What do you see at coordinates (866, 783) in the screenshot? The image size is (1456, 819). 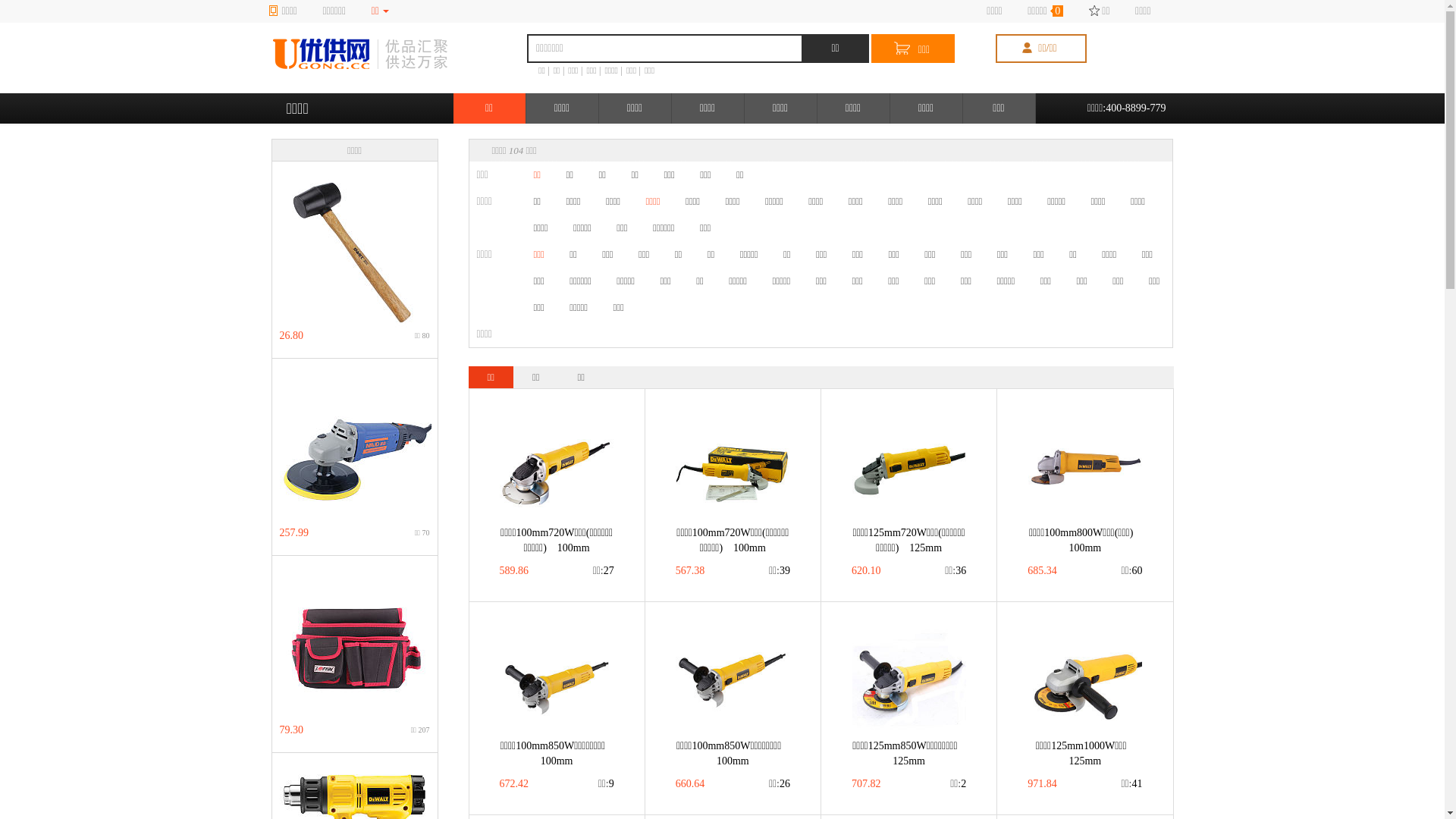 I see `'707.82'` at bounding box center [866, 783].